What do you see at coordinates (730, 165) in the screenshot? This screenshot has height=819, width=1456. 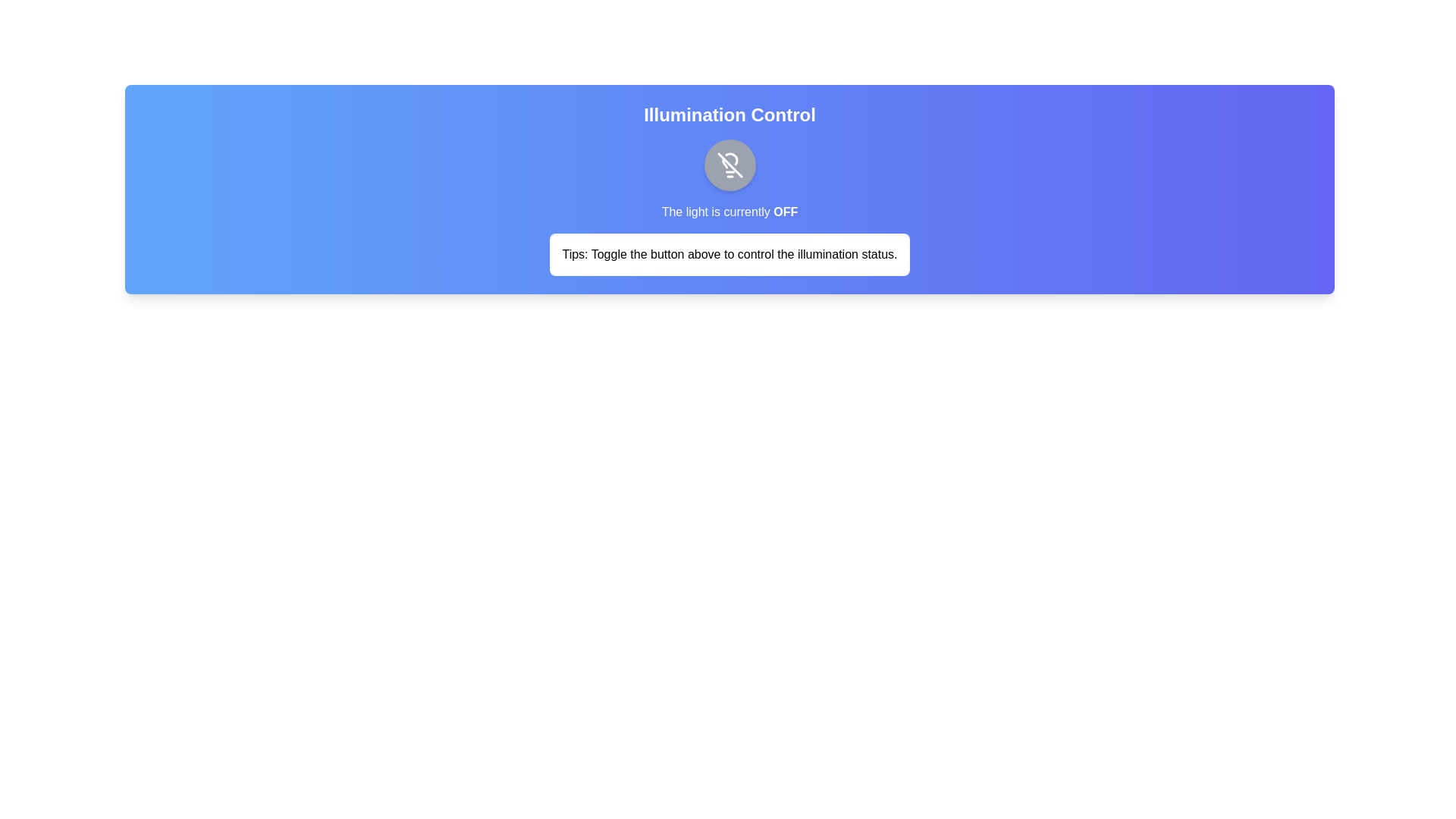 I see `the toggle button to change the illumination state` at bounding box center [730, 165].